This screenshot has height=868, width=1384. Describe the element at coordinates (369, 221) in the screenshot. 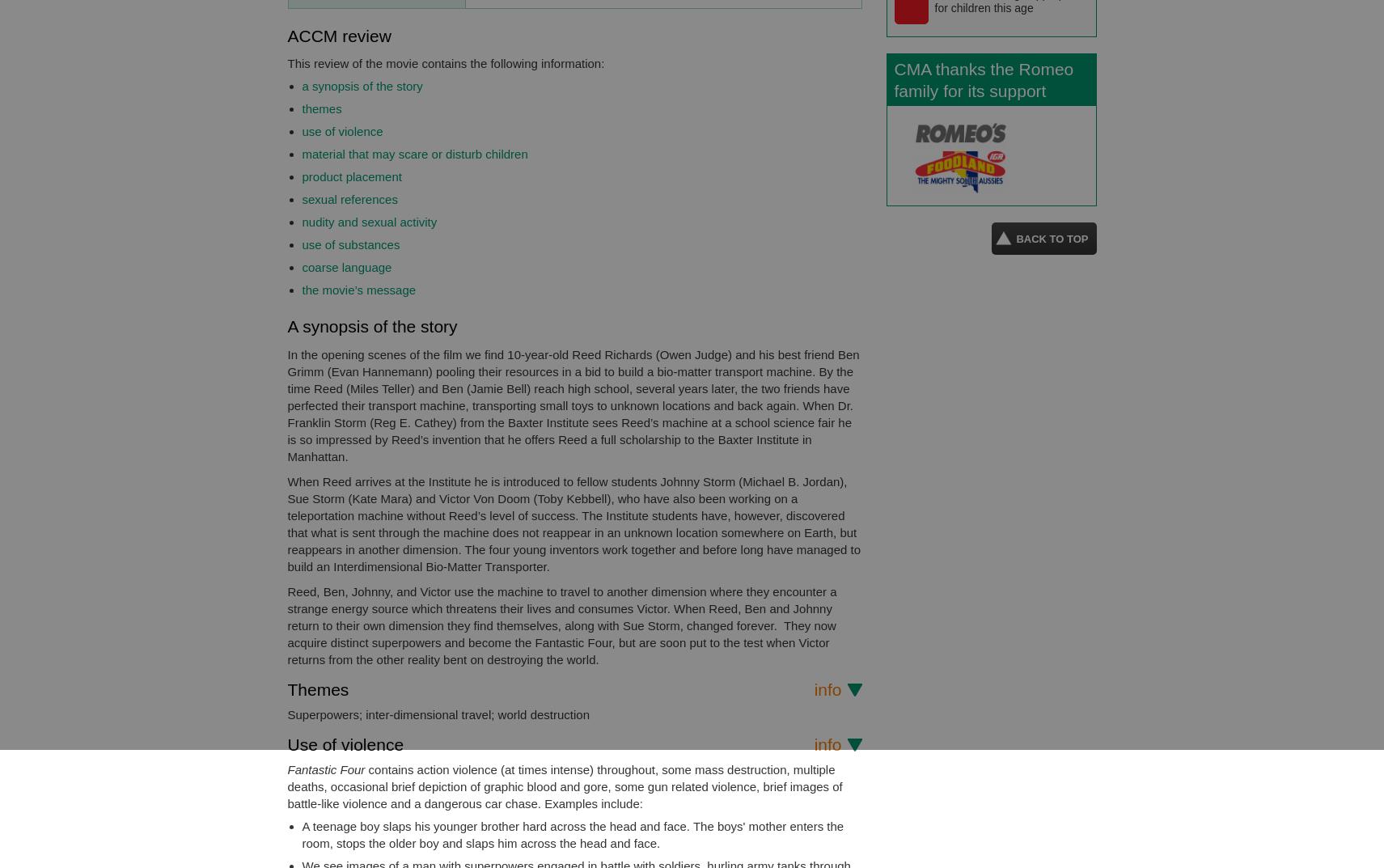

I see `'nudity and sexual activity'` at that location.